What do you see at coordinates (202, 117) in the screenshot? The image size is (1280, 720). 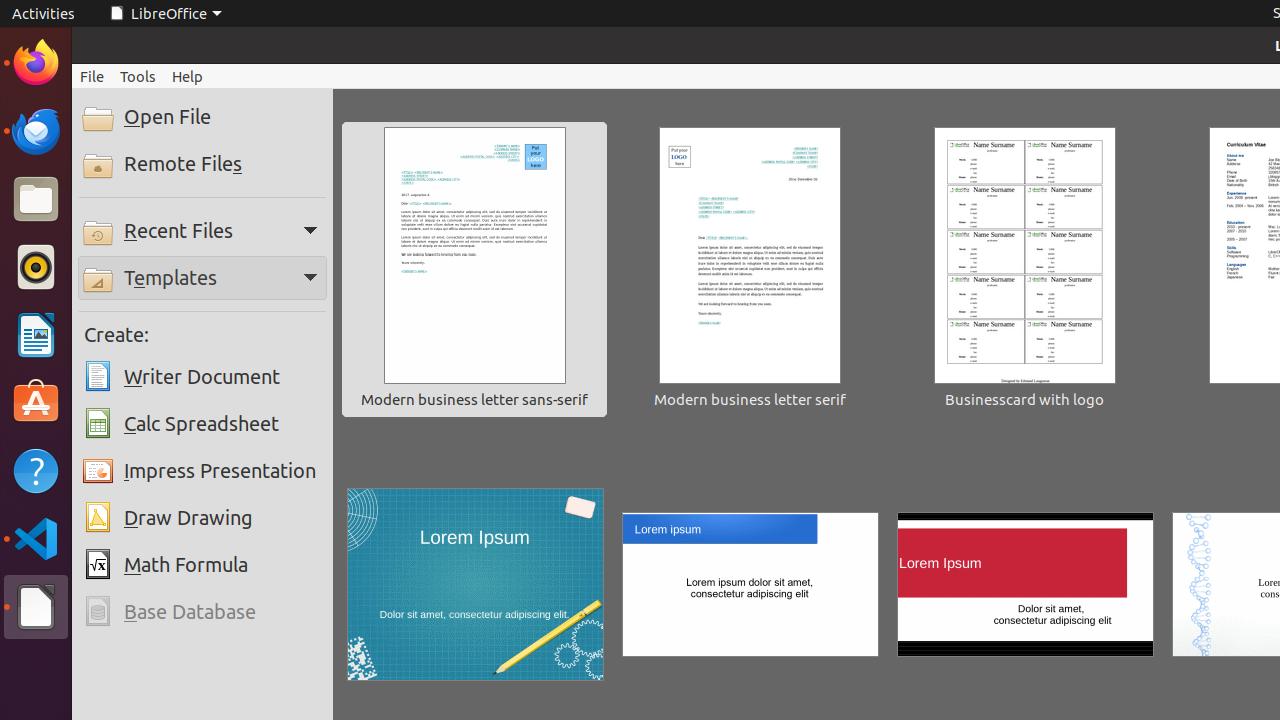 I see `'Open File'` at bounding box center [202, 117].